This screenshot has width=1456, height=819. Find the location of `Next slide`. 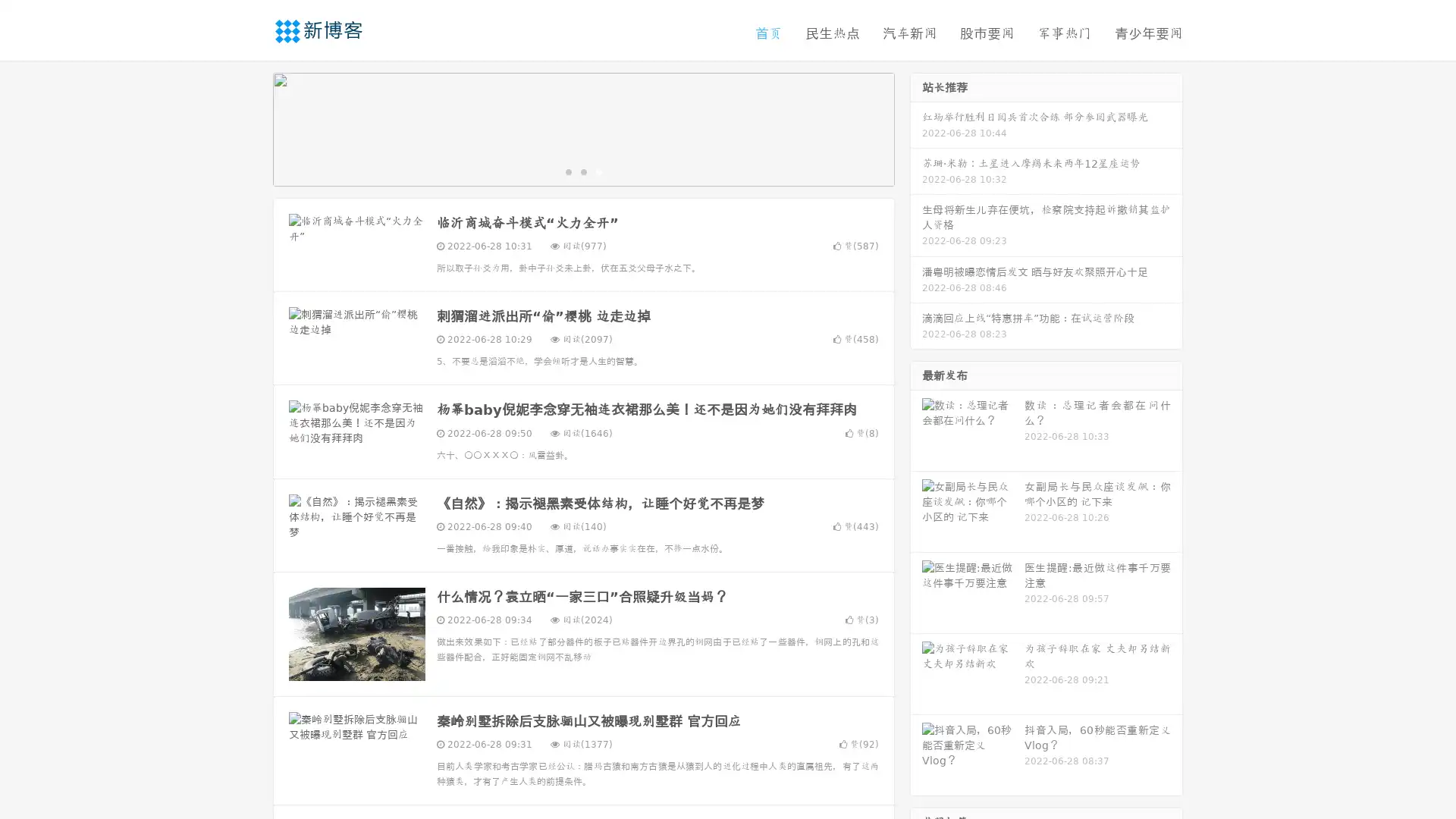

Next slide is located at coordinates (916, 127).